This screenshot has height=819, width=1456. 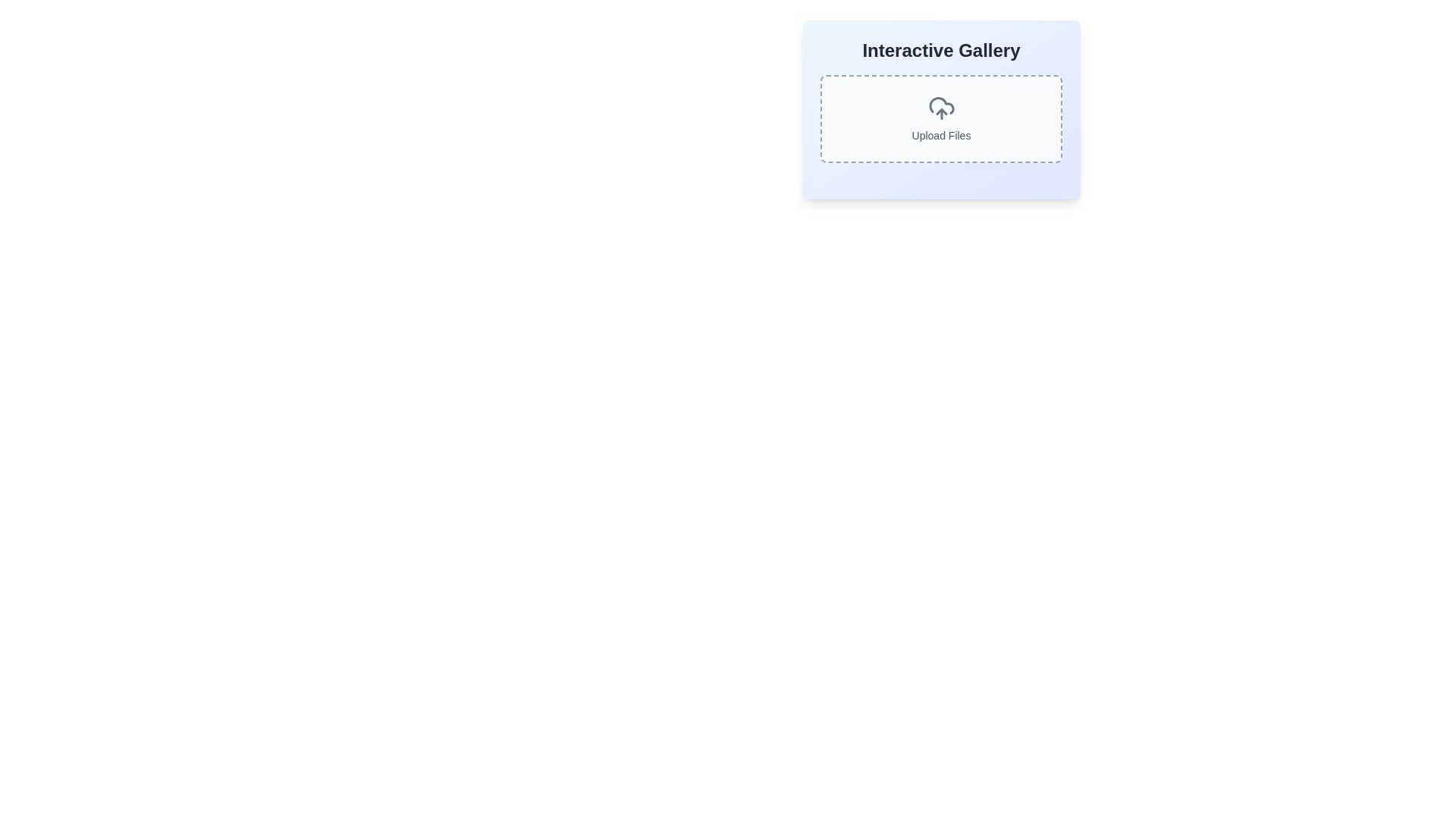 What do you see at coordinates (940, 134) in the screenshot?
I see `the text label located inside the dashed border box with rounded corners, positioned near the center-bottom and directly below the cloud upload icon` at bounding box center [940, 134].